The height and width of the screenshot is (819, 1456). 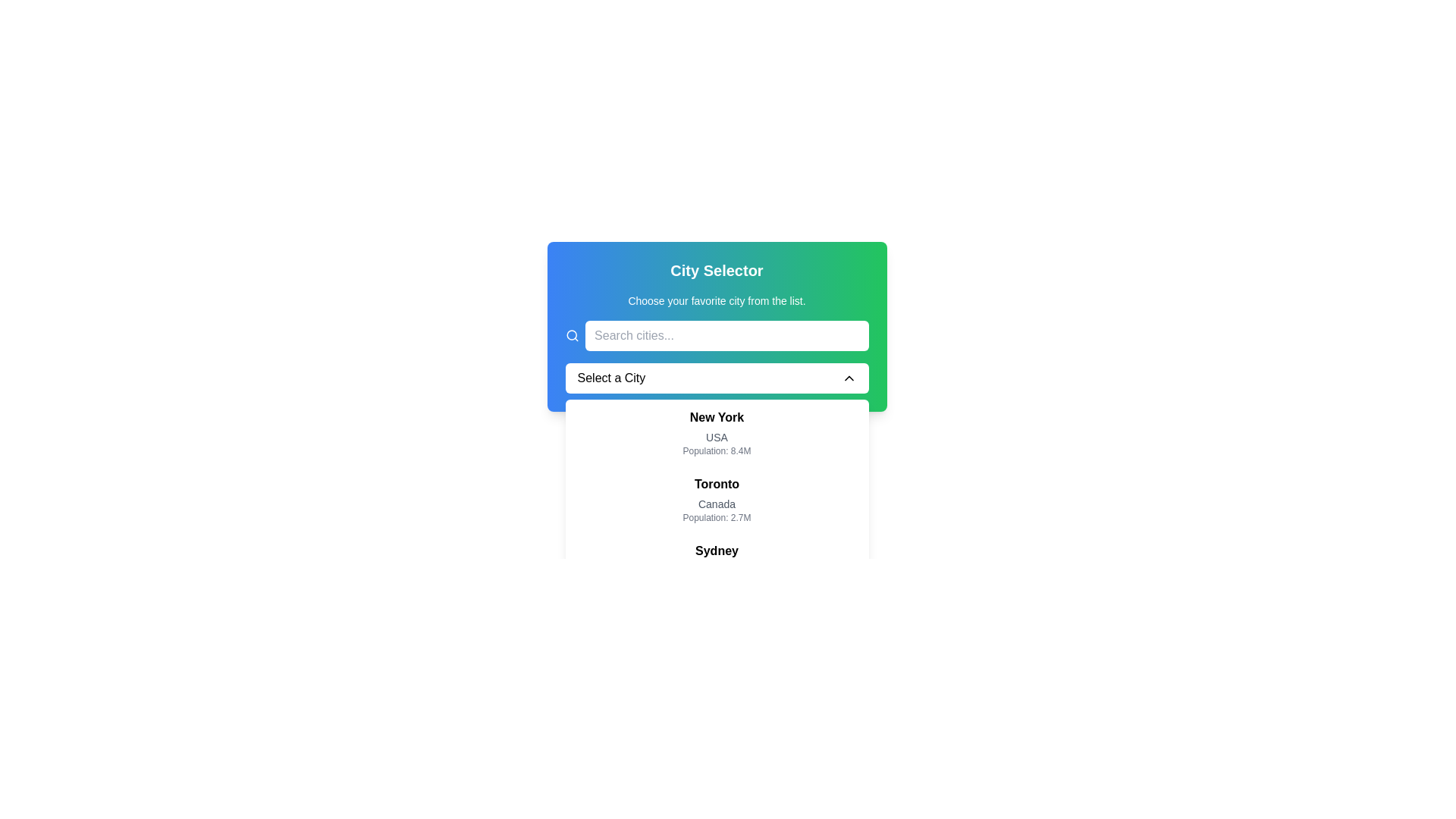 What do you see at coordinates (716, 356) in the screenshot?
I see `the dropdown menu trigger labeled 'Select a City'` at bounding box center [716, 356].